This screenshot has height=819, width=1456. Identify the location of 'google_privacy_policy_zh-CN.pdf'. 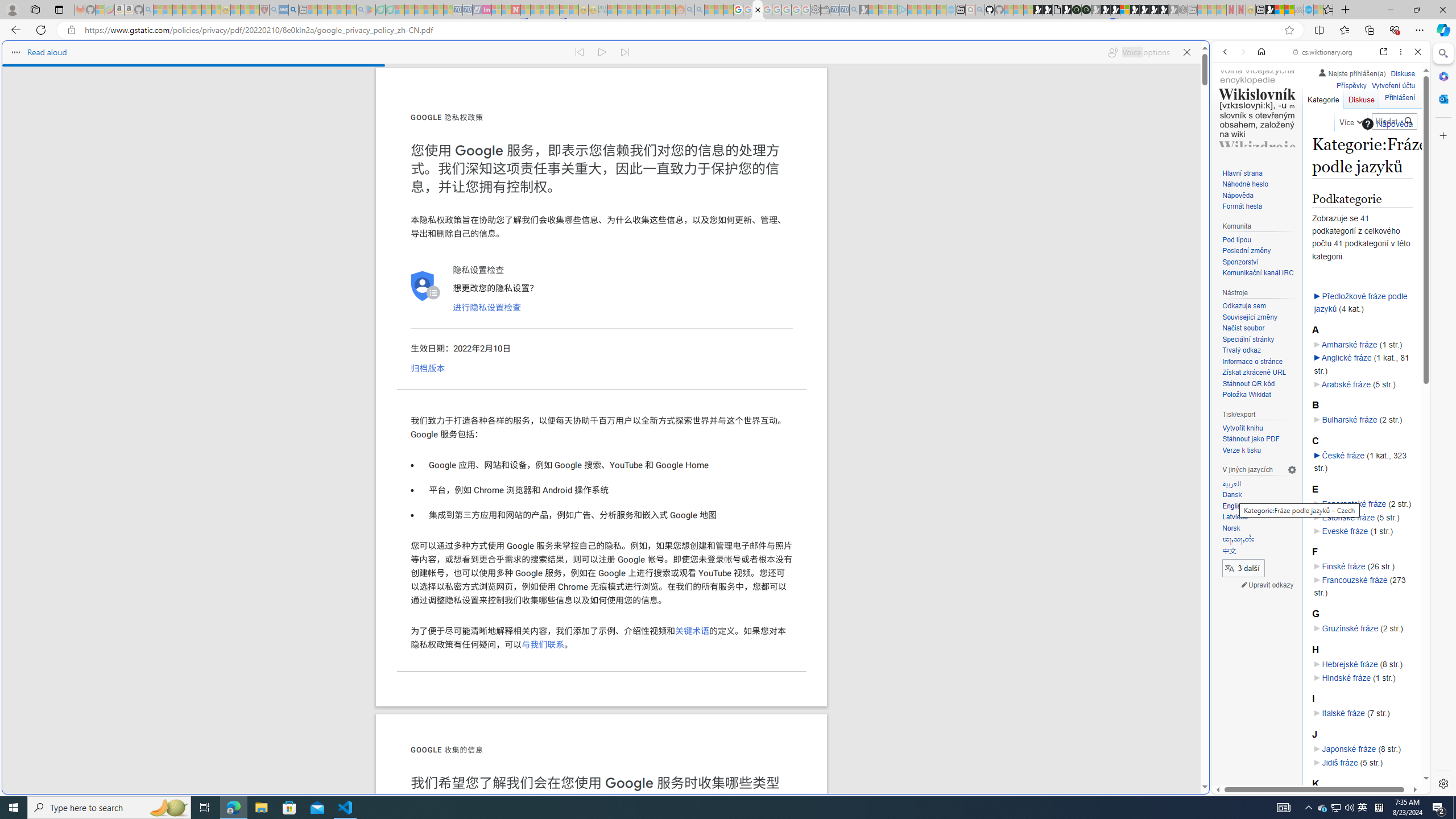
(758, 9).